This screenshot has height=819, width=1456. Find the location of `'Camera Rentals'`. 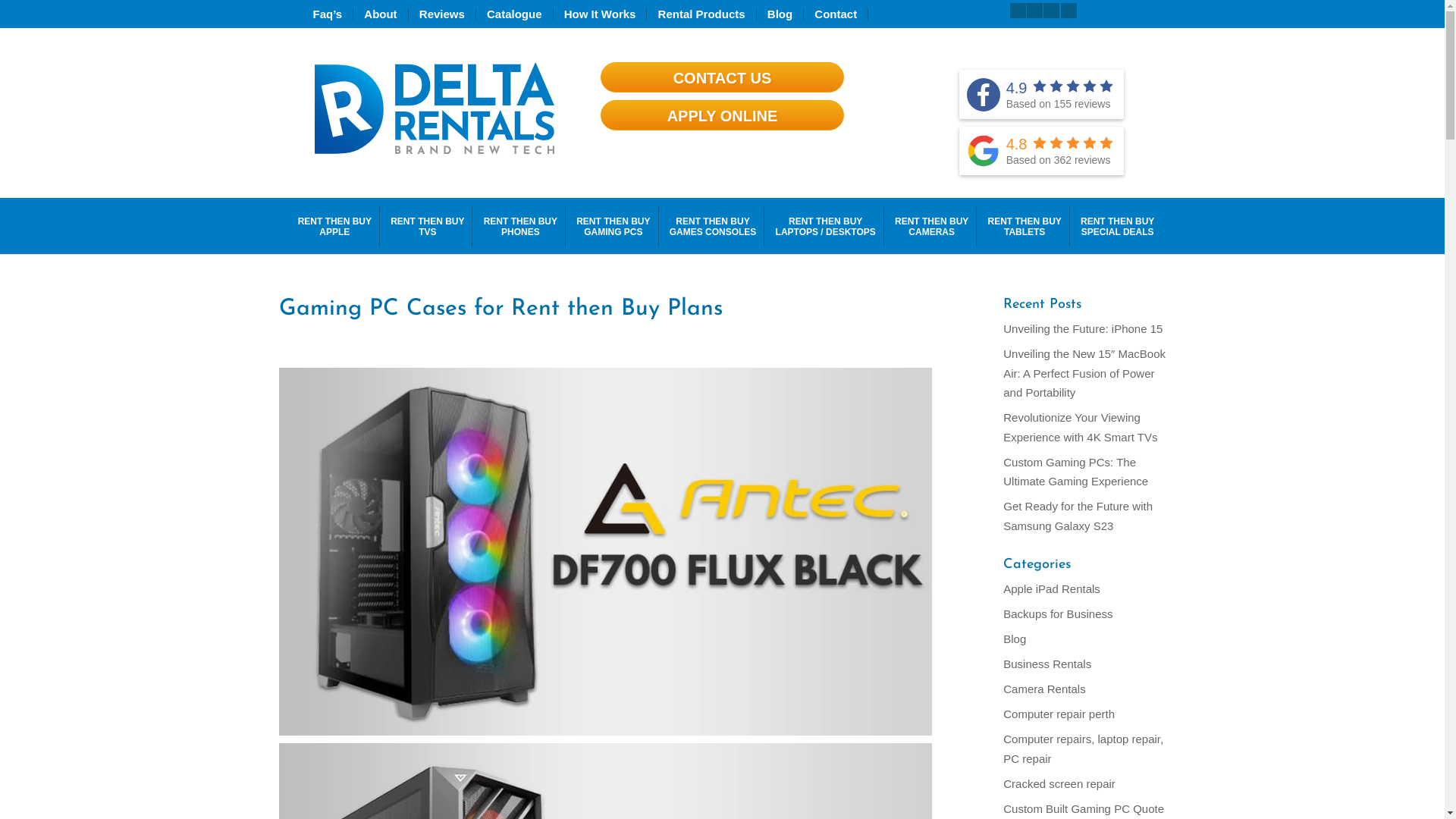

'Camera Rentals' is located at coordinates (1003, 689).